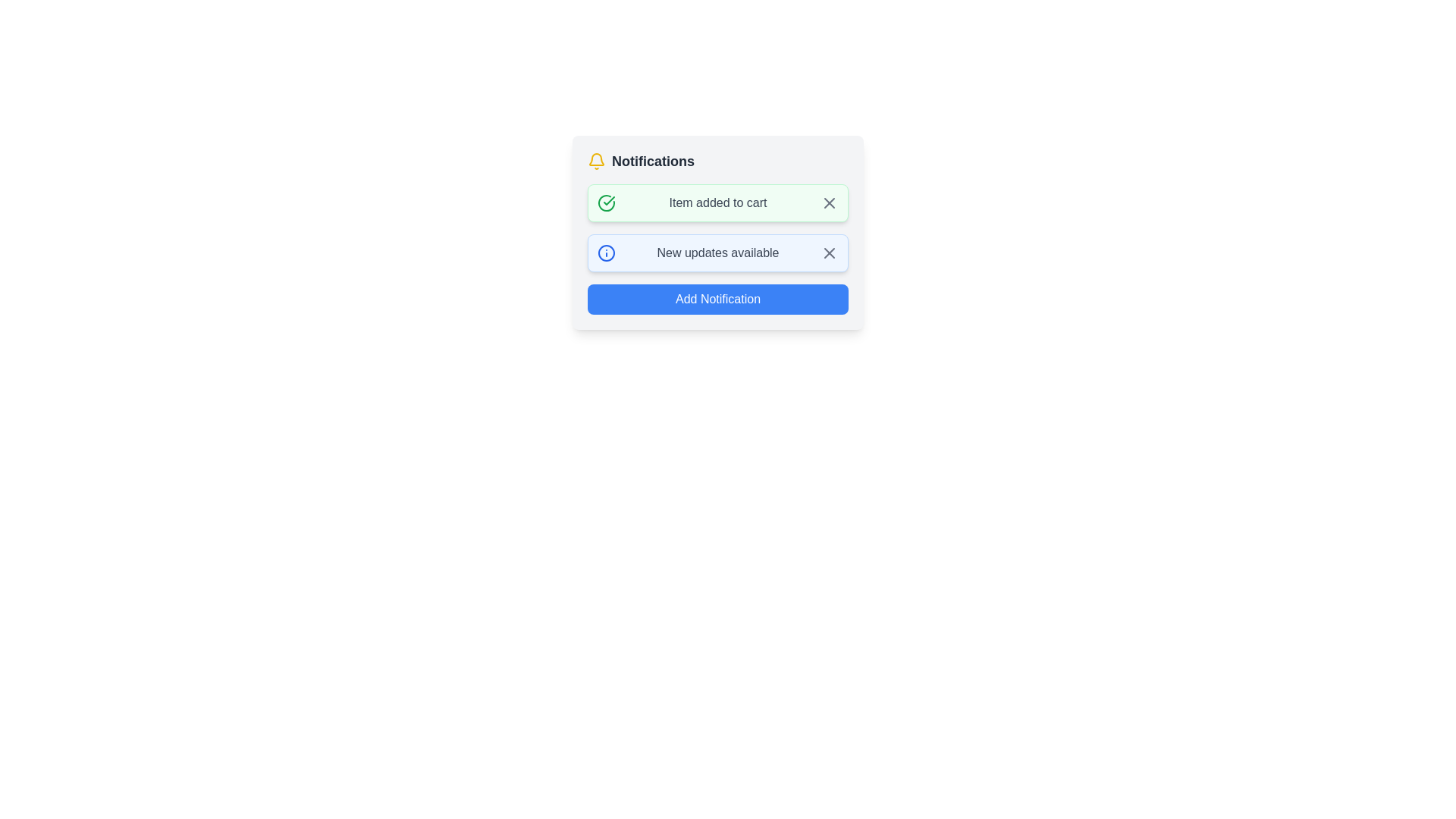  What do you see at coordinates (607, 202) in the screenshot?
I see `the green checkmark icon enclosed in a circular outline, which is located to the left of the 'Item added to cart' text in the first notification card` at bounding box center [607, 202].